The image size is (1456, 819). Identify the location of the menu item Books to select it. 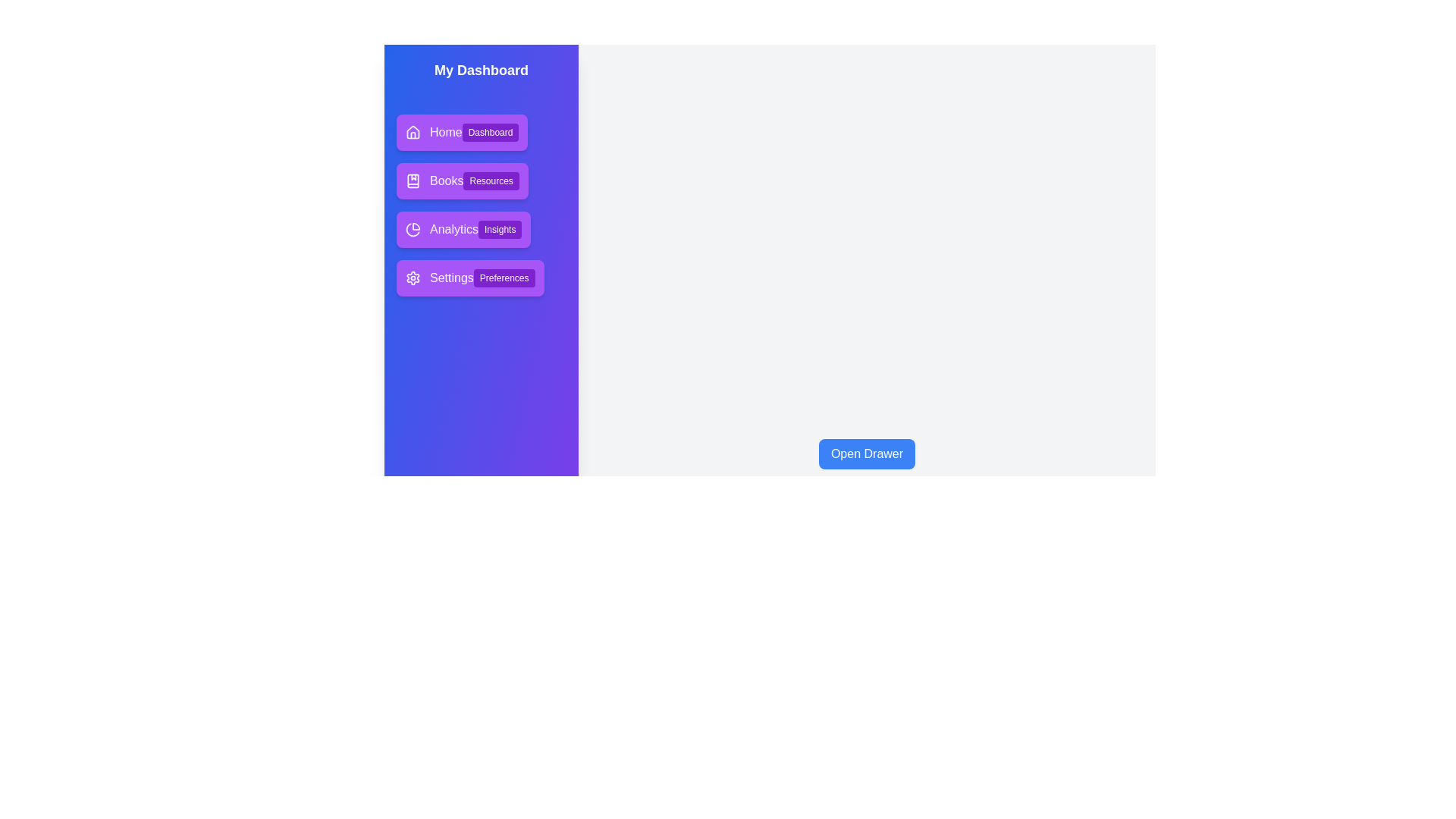
(461, 180).